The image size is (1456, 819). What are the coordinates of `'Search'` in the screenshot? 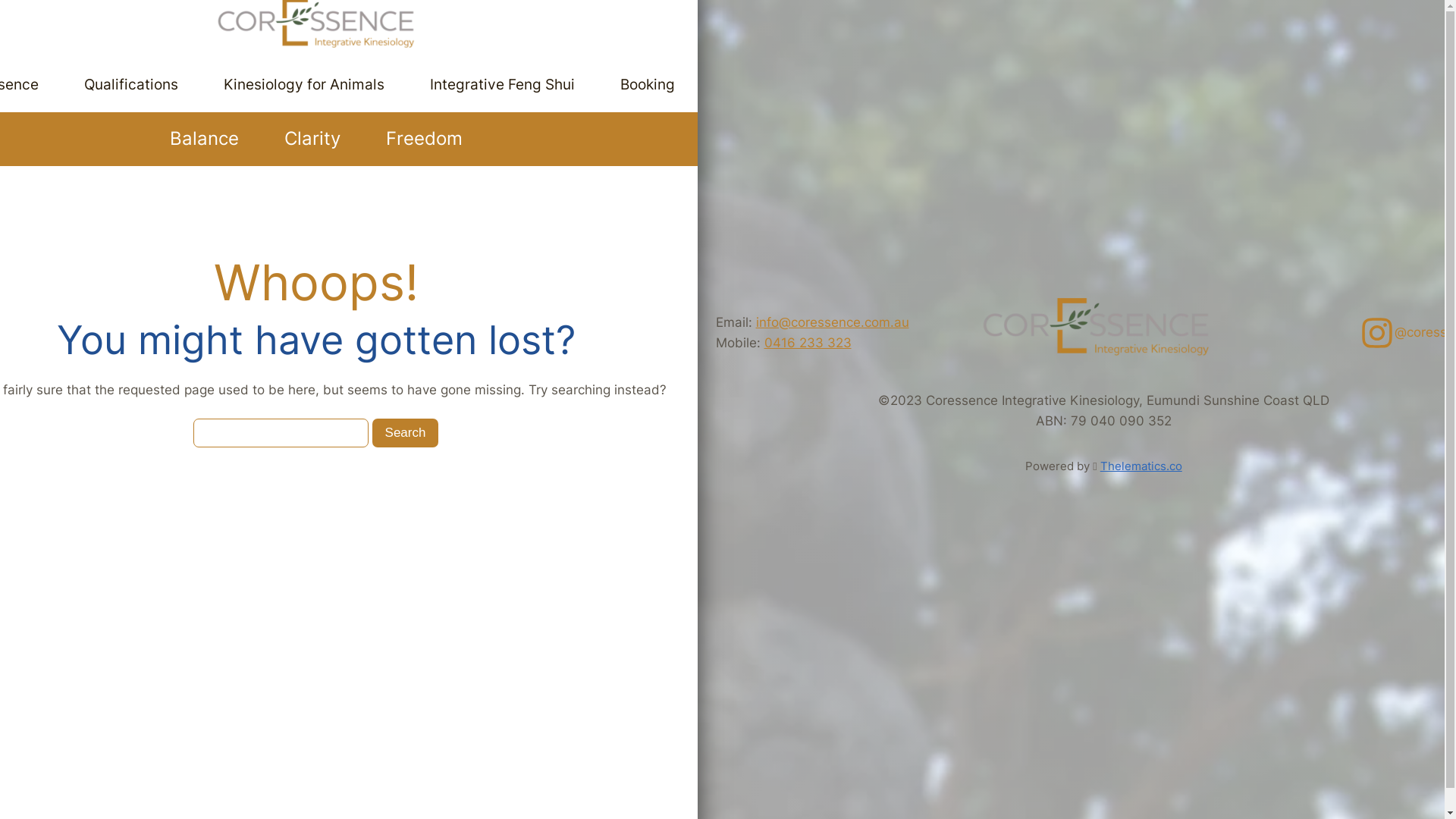 It's located at (405, 433).